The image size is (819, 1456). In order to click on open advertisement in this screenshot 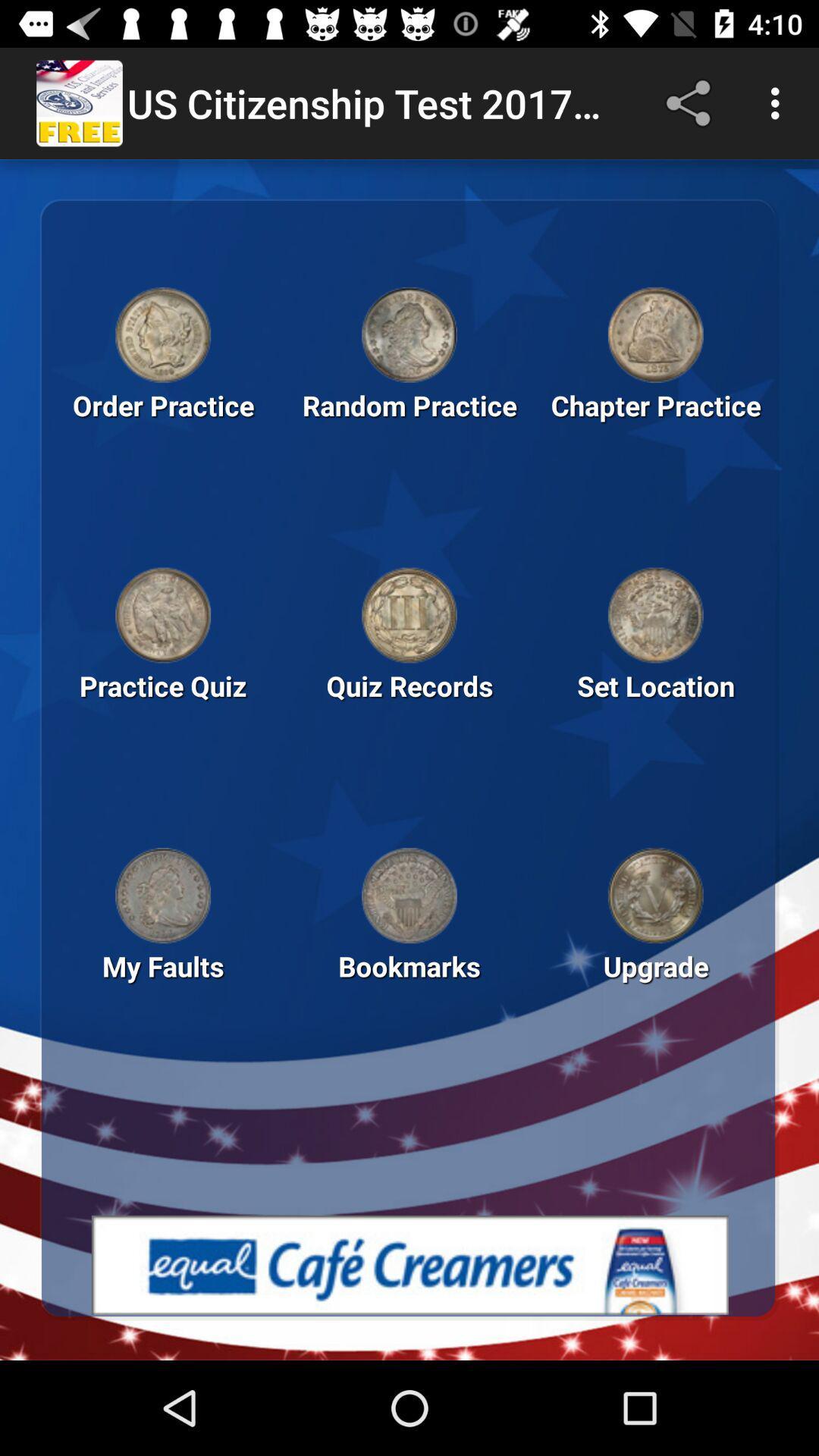, I will do `click(409, 1265)`.